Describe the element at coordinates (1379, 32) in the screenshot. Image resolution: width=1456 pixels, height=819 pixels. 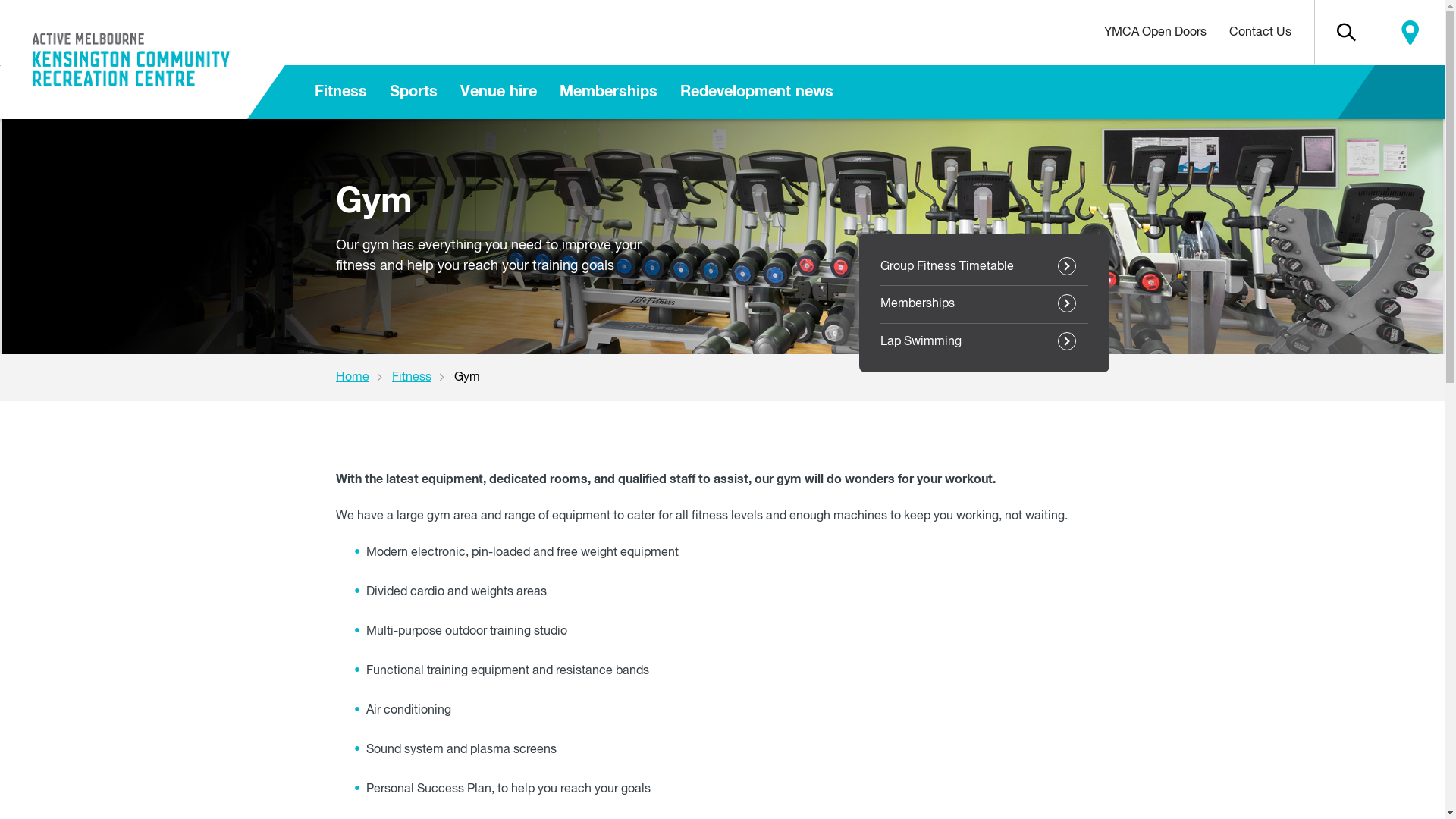
I see `'Locate'` at that location.